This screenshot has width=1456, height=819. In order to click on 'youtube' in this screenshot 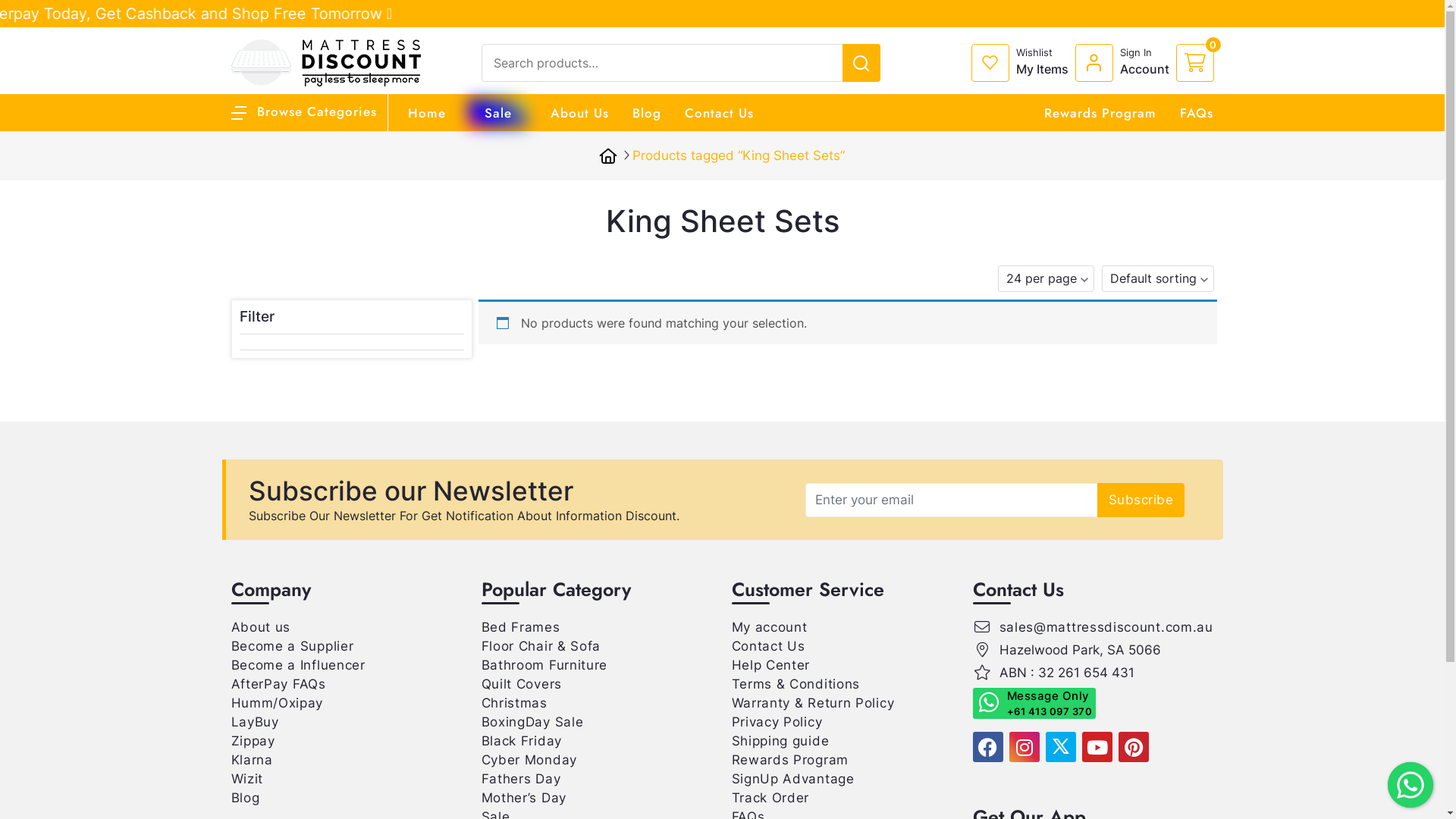, I will do `click(1096, 745)`.